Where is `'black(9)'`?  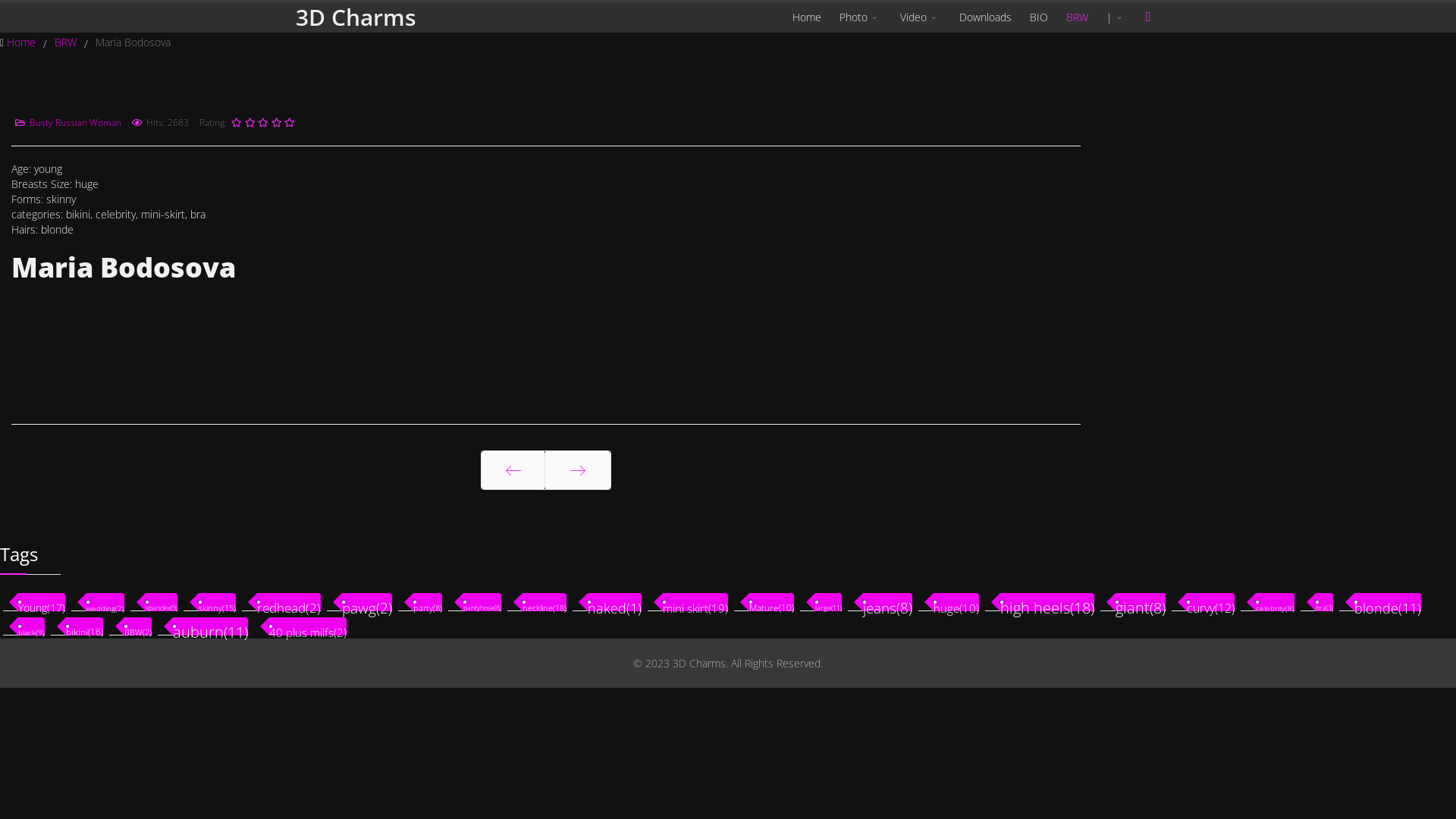
'black(9)' is located at coordinates (31, 626).